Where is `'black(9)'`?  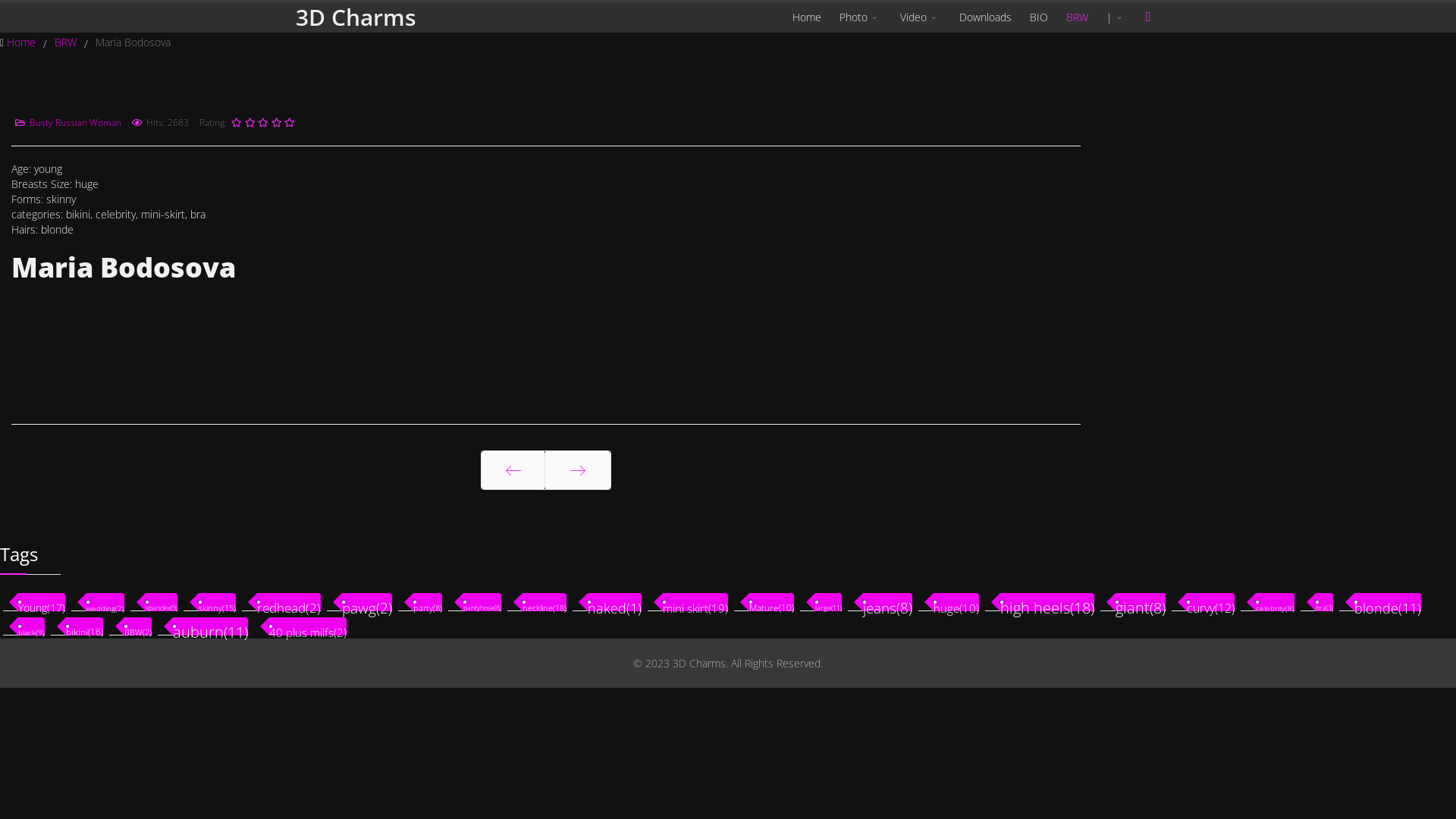
'black(9)' is located at coordinates (31, 626).